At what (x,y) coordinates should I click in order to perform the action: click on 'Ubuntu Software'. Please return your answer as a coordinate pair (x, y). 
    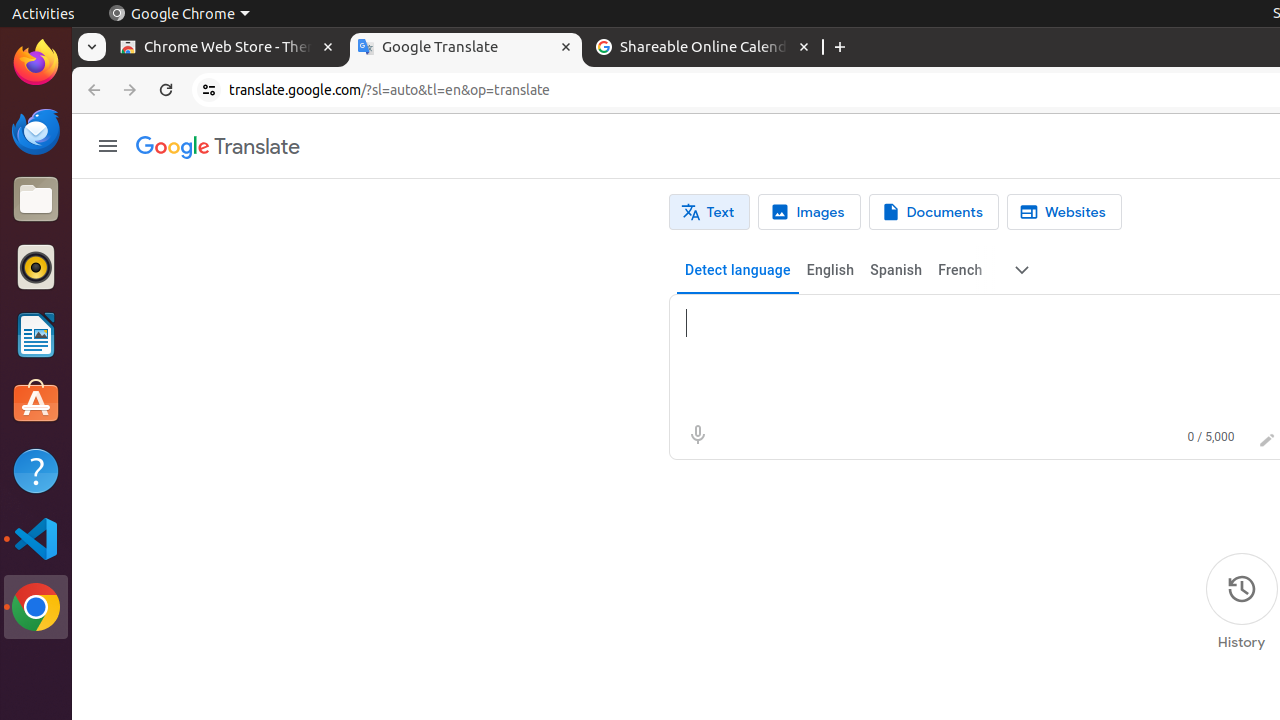
    Looking at the image, I should click on (35, 403).